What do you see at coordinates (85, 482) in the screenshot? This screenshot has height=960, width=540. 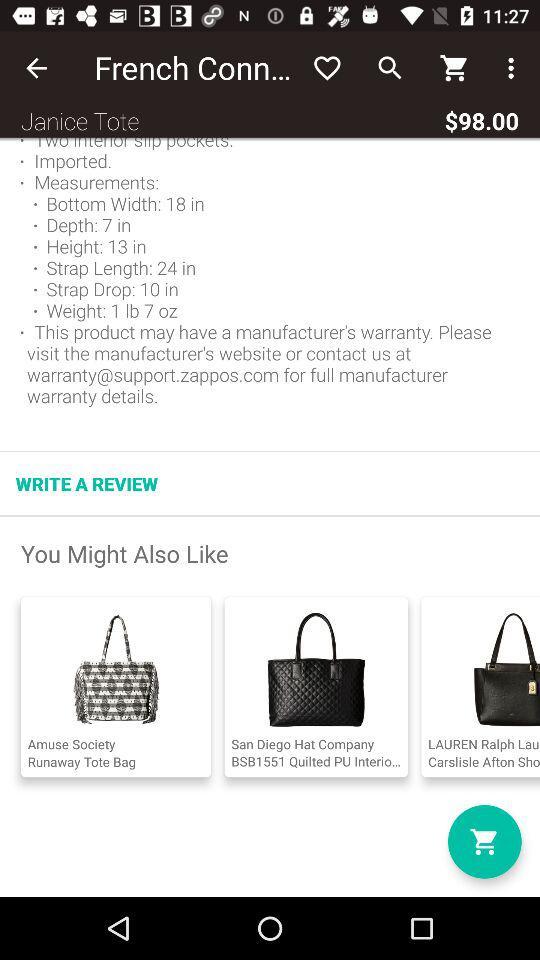 I see `the write a review` at bounding box center [85, 482].